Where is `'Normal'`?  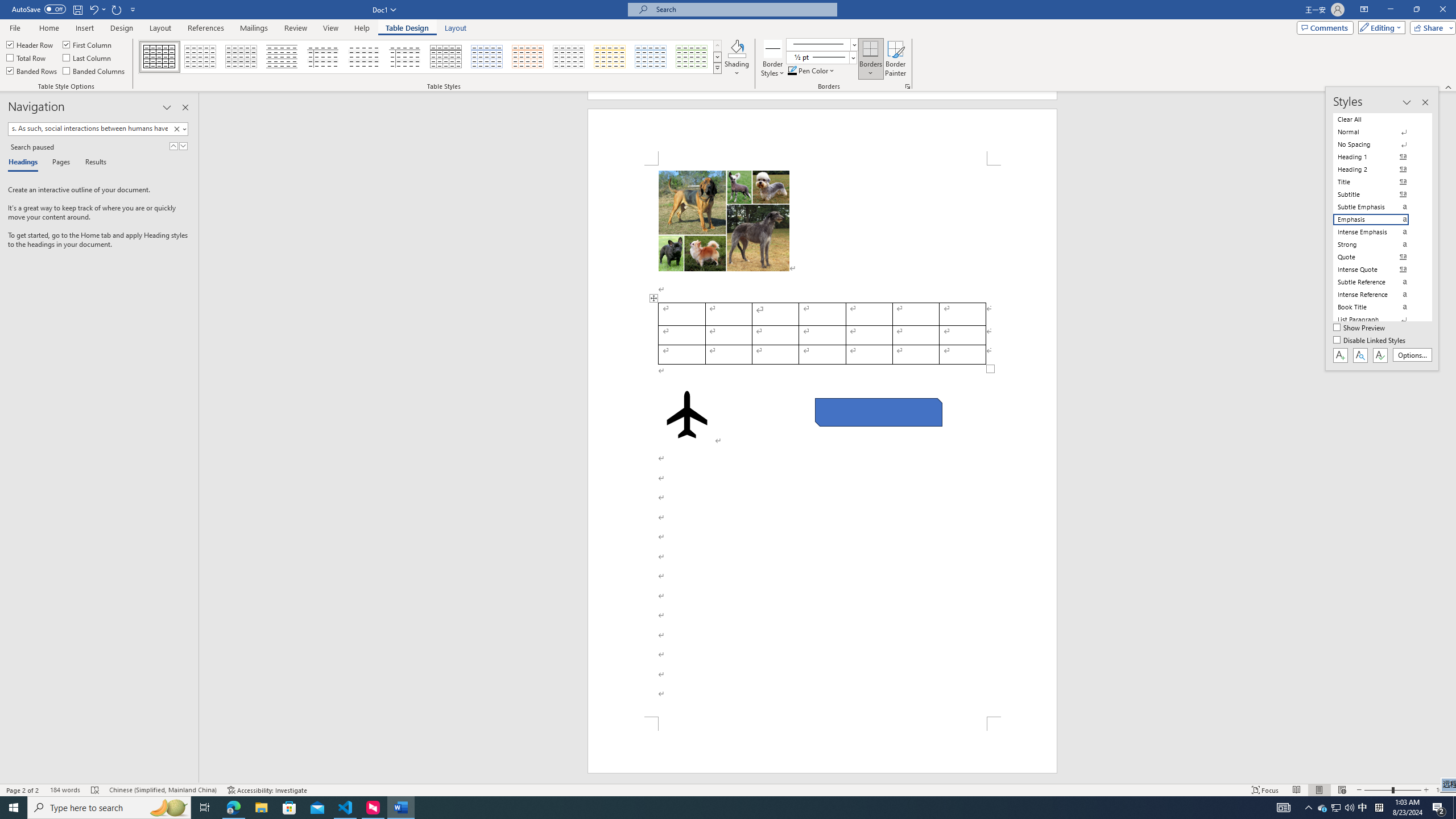
'Normal' is located at coordinates (1378, 131).